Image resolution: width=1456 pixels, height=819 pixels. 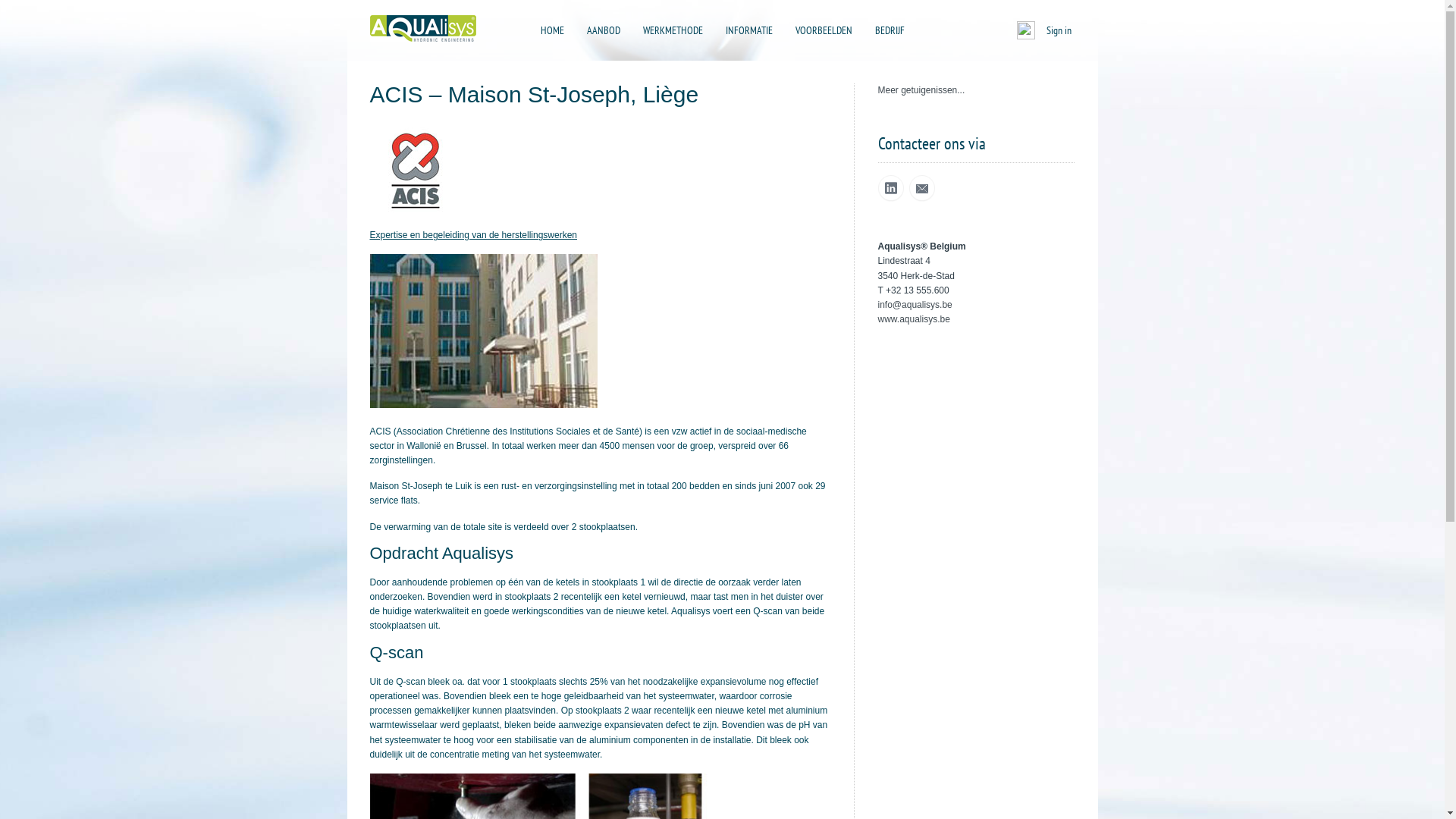 I want to click on 'WERKMETHODE', so click(x=672, y=30).